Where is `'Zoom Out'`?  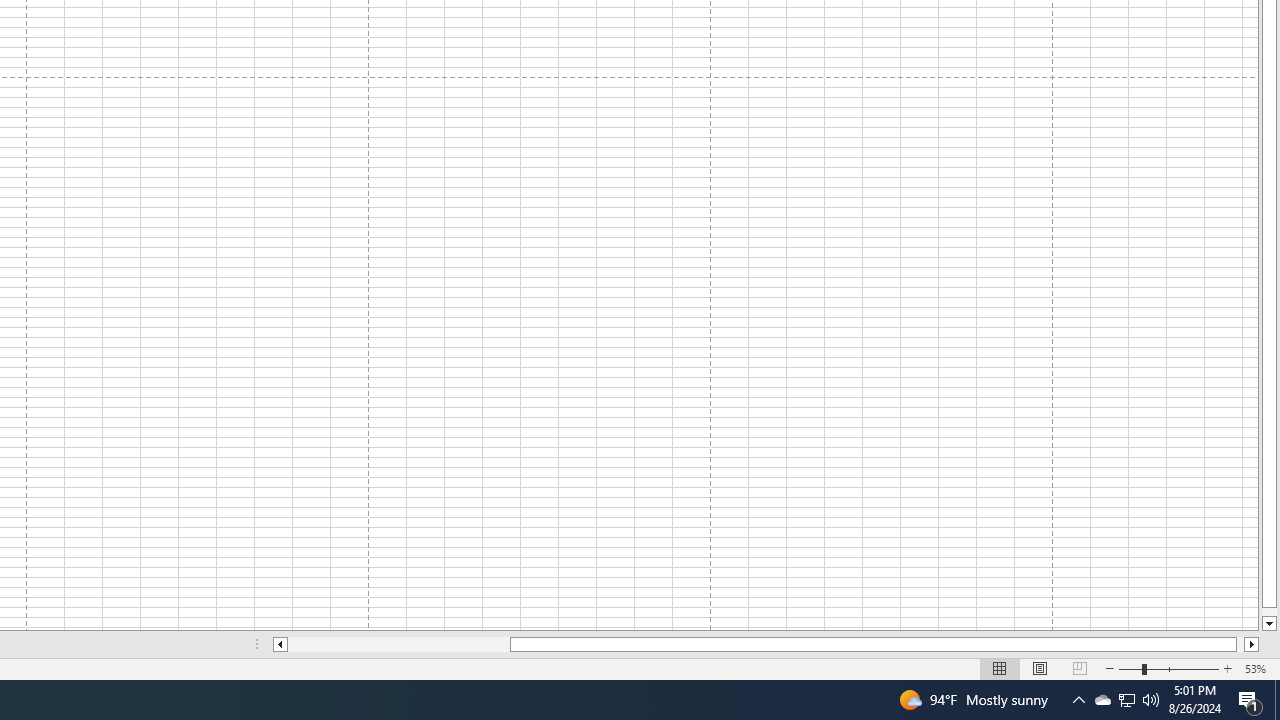 'Zoom Out' is located at coordinates (1130, 669).